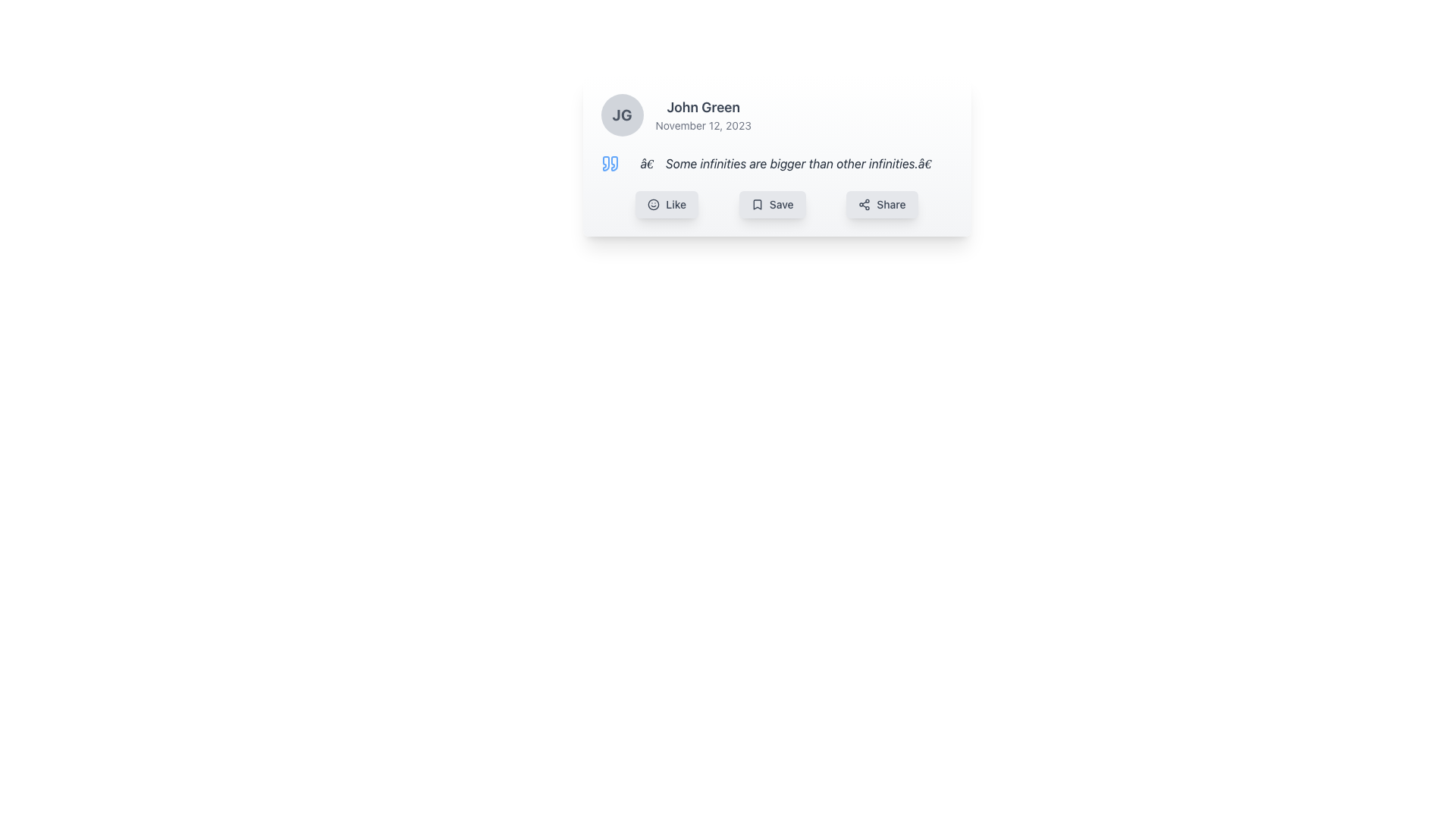 Image resolution: width=1456 pixels, height=819 pixels. Describe the element at coordinates (654, 205) in the screenshot. I see `the circular SVG-based smiley icon located to the left of the 'Like' button, which is centered vertically in its bounding box` at that location.